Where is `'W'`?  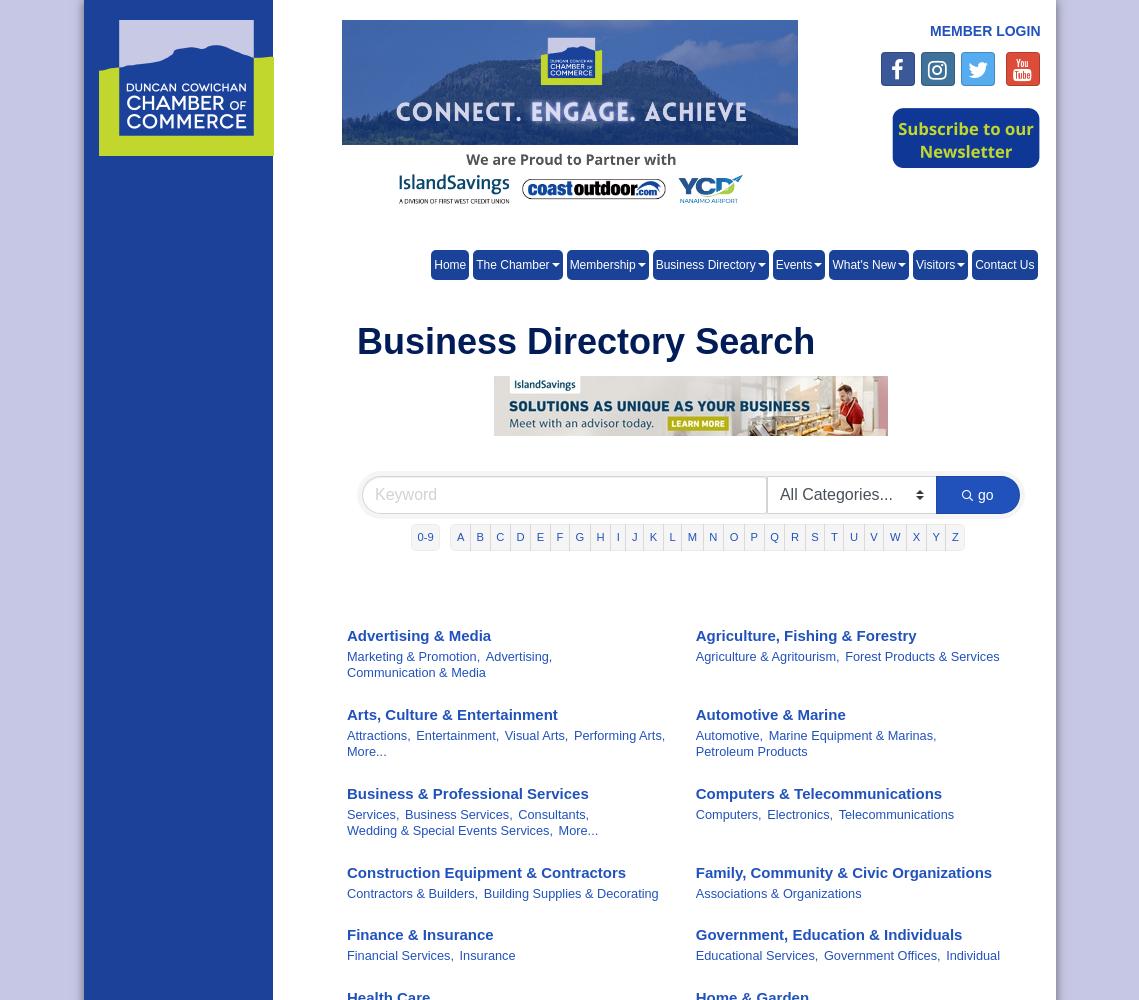
'W' is located at coordinates (888, 537).